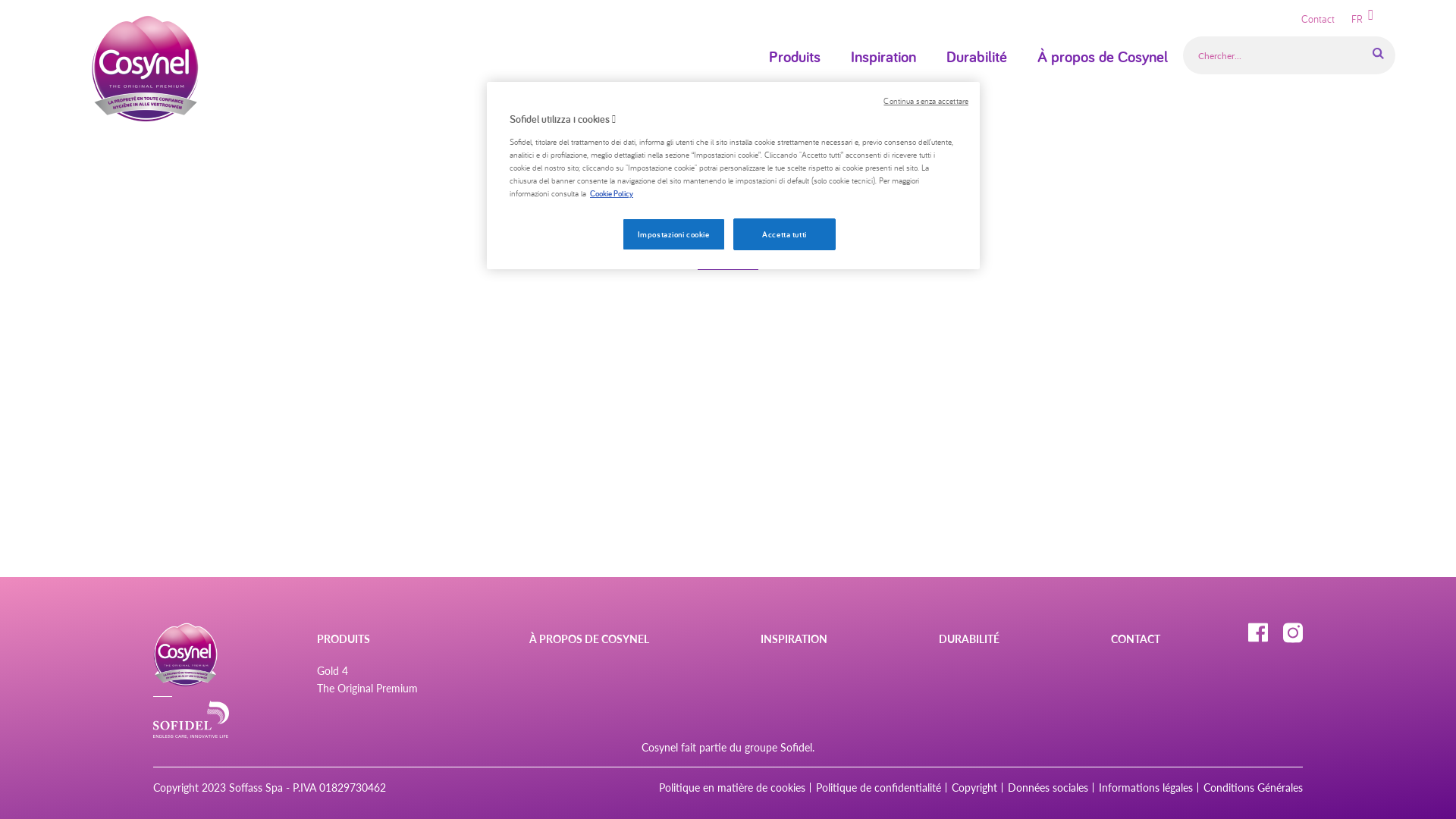 This screenshot has height=819, width=1456. Describe the element at coordinates (728, 260) in the screenshot. I see `'Back to homepage'` at that location.